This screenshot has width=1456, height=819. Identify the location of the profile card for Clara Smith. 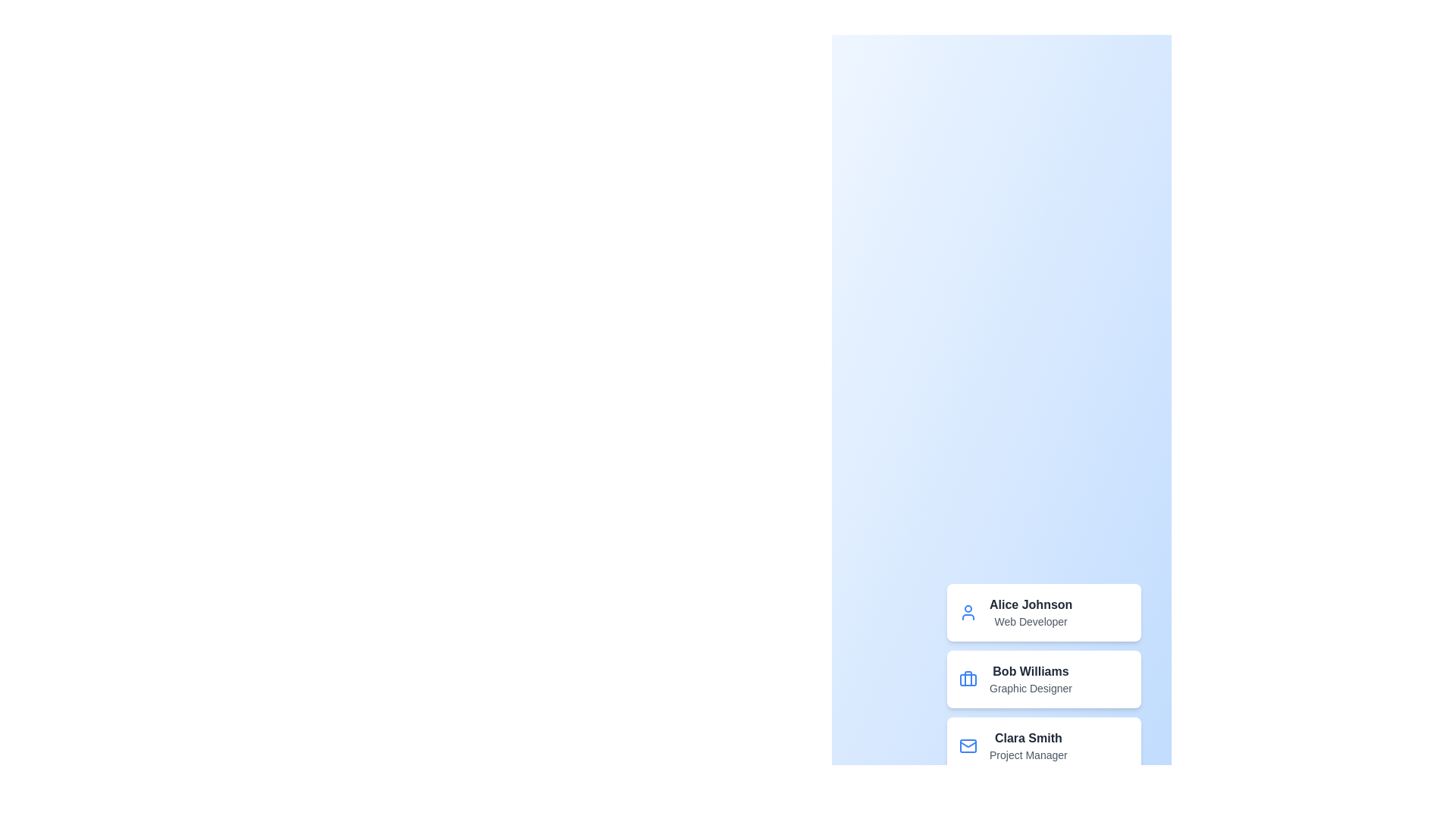
(1043, 745).